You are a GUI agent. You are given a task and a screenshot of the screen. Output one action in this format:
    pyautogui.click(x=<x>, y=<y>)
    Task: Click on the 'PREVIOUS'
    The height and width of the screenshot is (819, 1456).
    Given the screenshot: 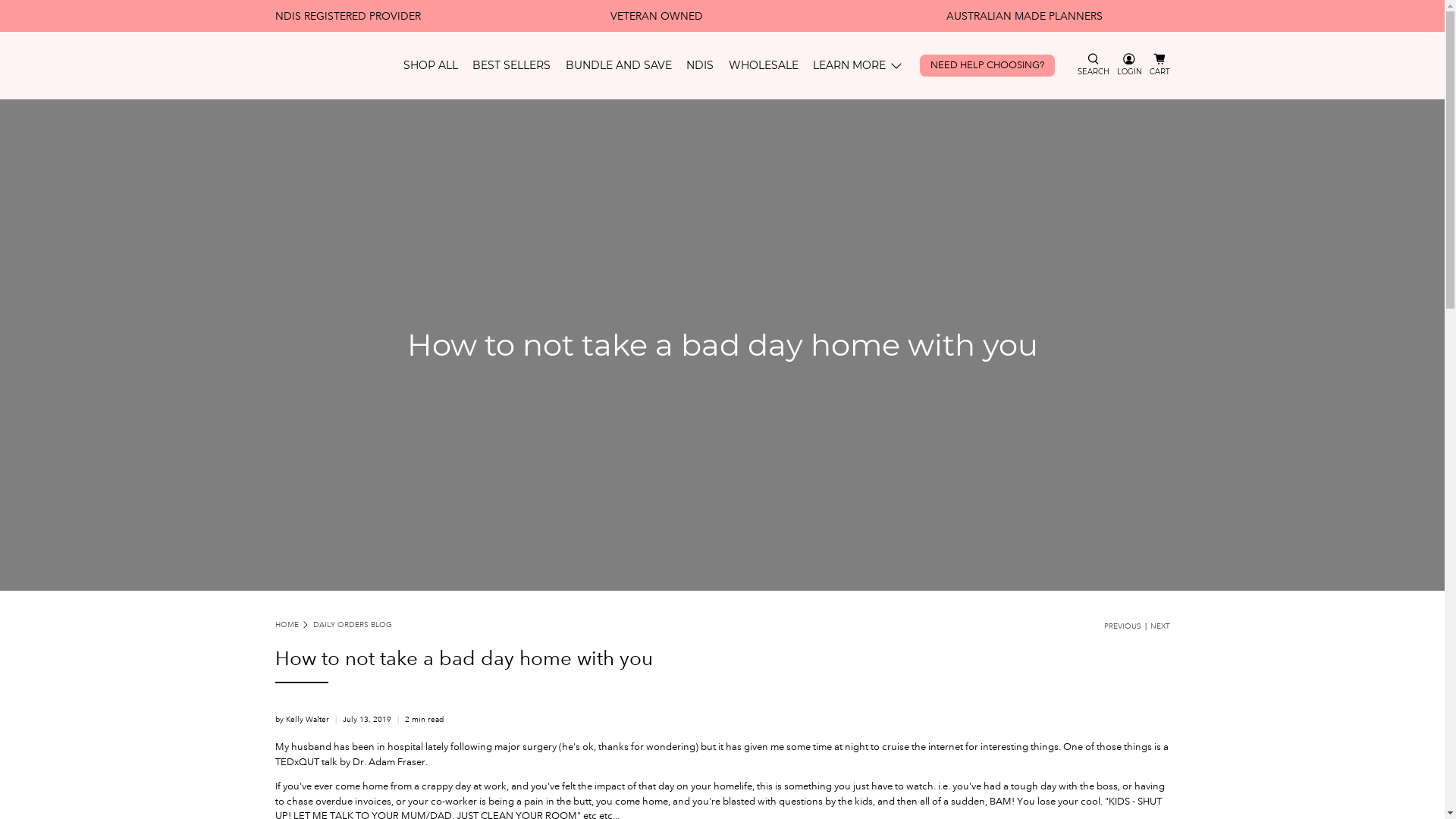 What is the action you would take?
    pyautogui.click(x=1122, y=626)
    